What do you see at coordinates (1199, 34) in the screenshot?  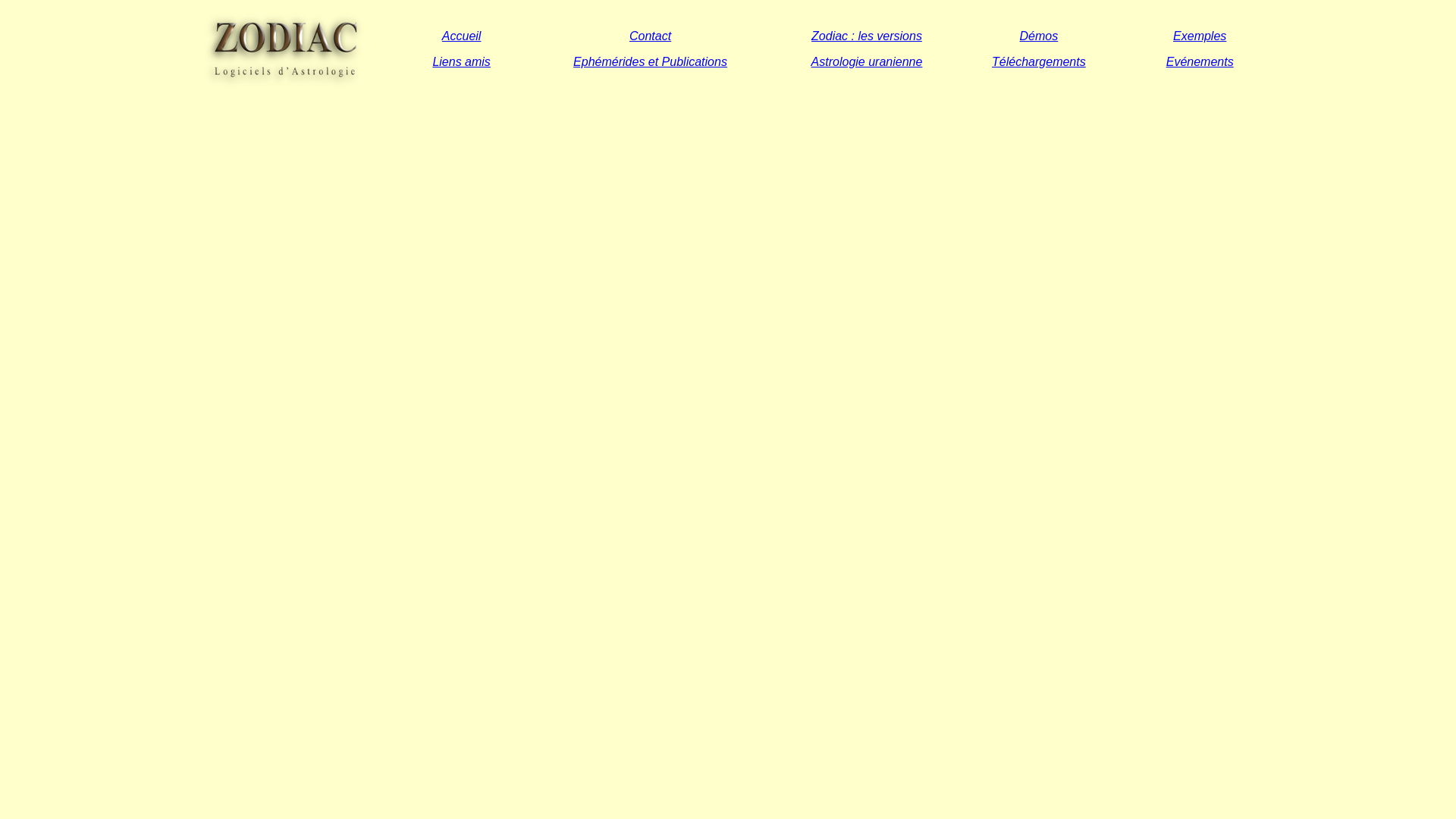 I see `'Exemples'` at bounding box center [1199, 34].